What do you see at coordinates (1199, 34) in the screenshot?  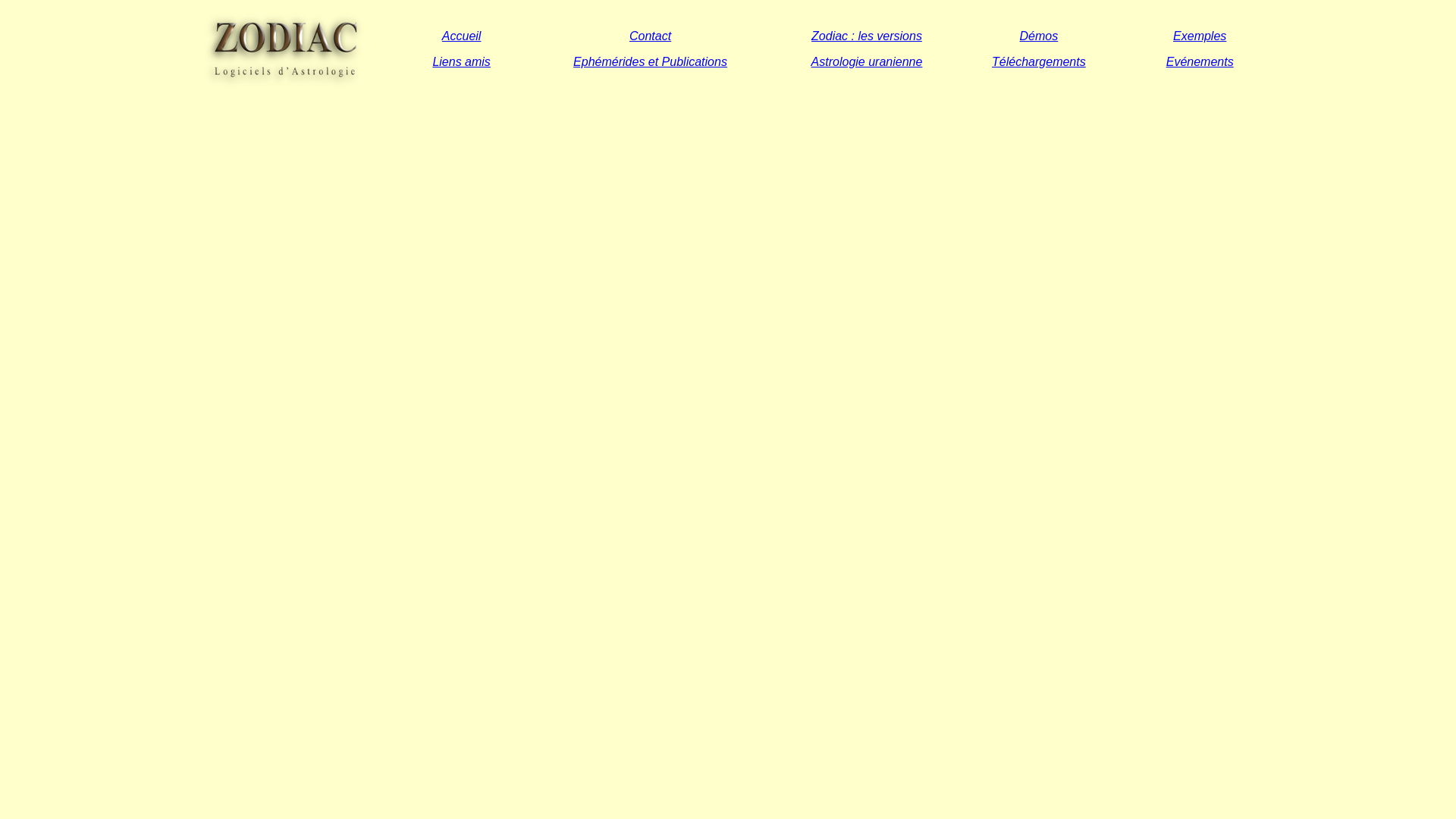 I see `'Exemples'` at bounding box center [1199, 34].